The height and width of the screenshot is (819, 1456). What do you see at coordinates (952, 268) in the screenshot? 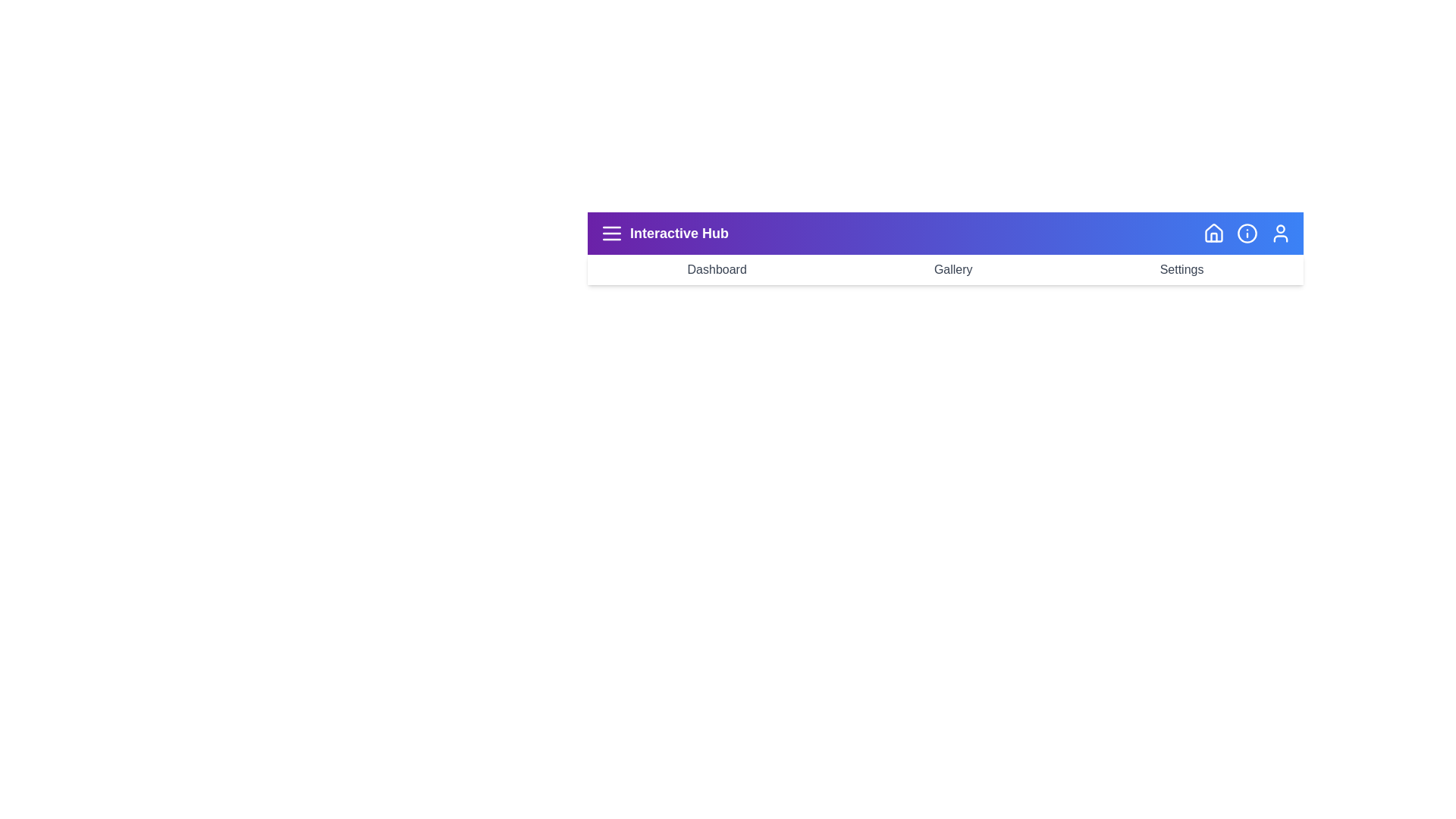
I see `the navigation button labeled Gallery to navigate to the corresponding page` at bounding box center [952, 268].